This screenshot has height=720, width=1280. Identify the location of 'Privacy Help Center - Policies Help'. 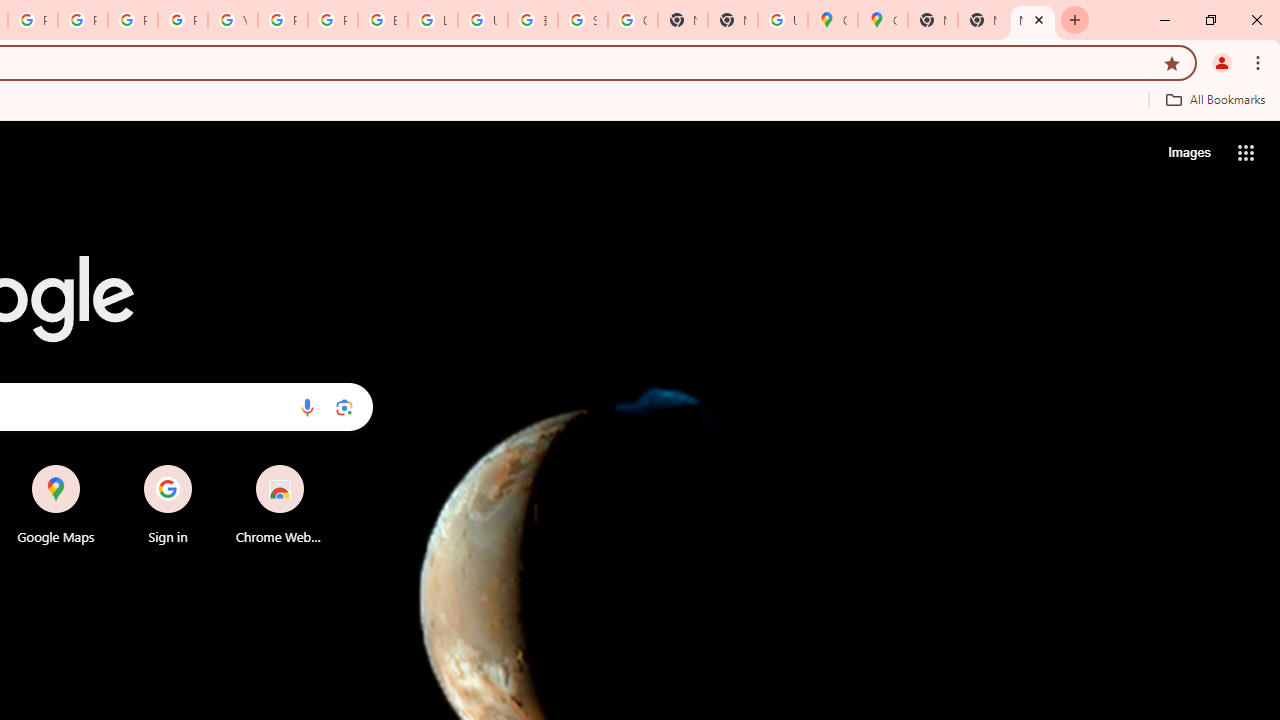
(81, 20).